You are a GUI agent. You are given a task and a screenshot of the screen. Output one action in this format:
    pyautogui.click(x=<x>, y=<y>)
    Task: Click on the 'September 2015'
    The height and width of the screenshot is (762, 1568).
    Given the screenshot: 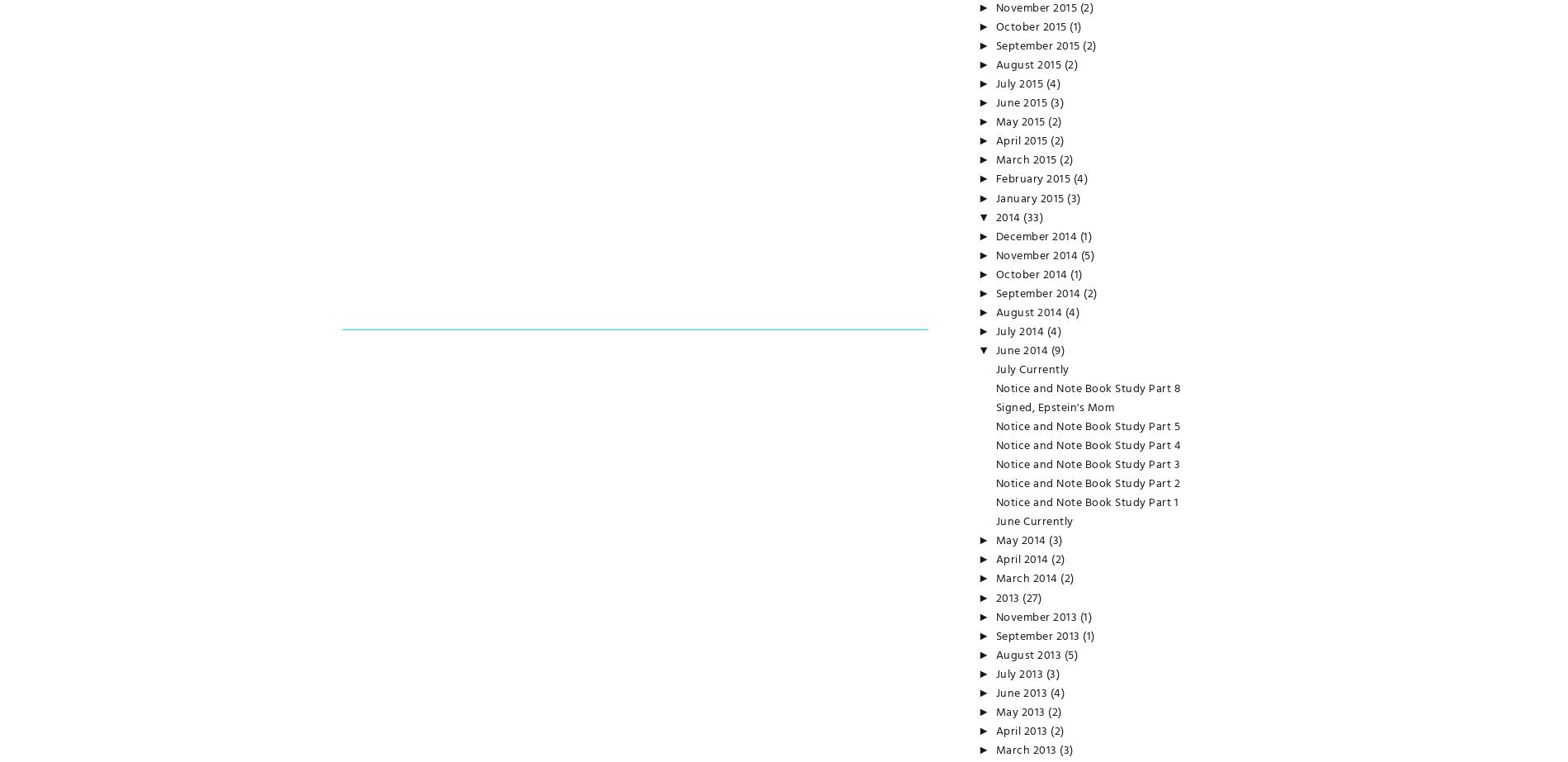 What is the action you would take?
    pyautogui.click(x=994, y=46)
    